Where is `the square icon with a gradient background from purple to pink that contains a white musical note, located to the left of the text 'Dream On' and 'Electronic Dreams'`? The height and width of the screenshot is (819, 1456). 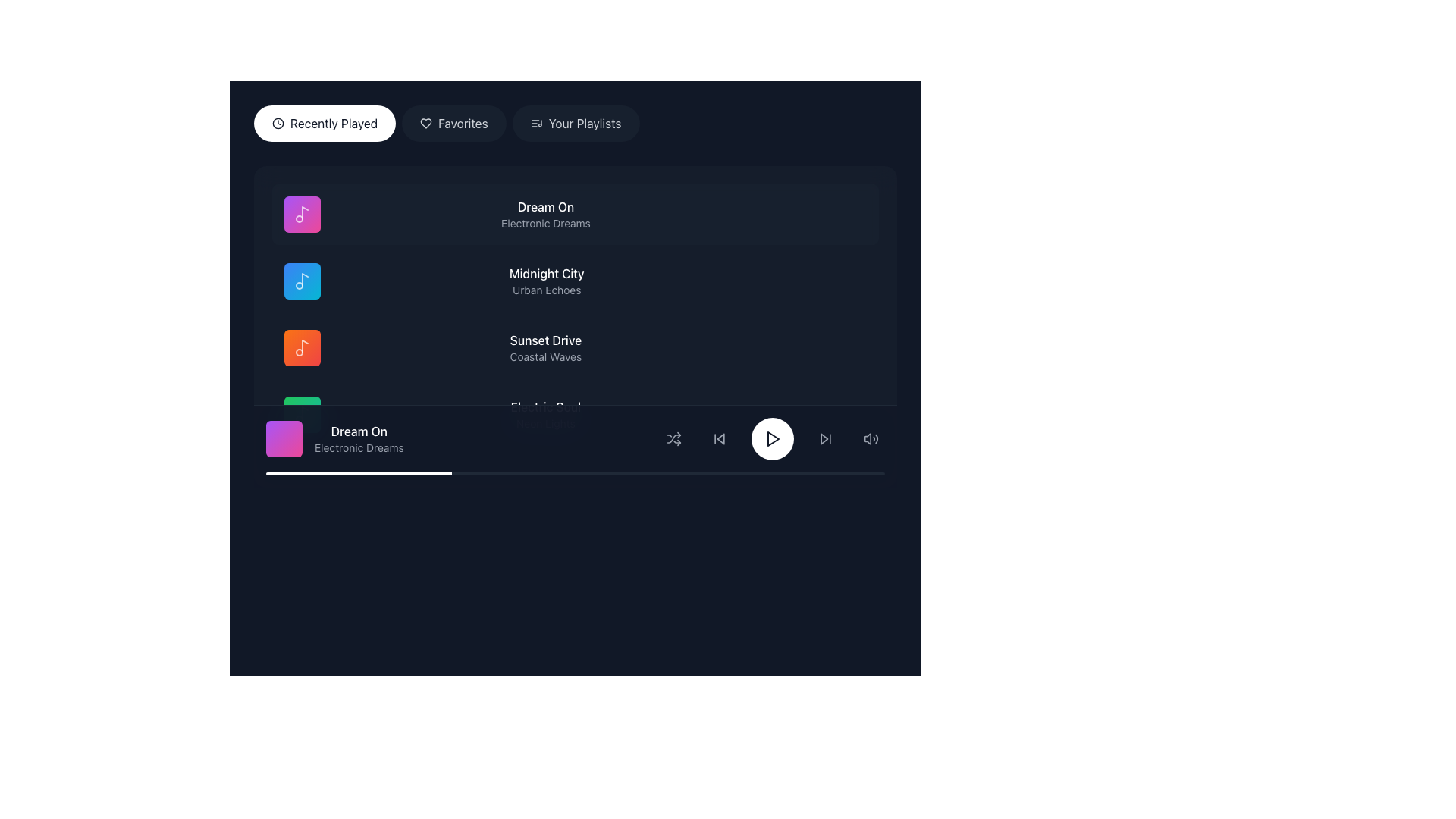
the square icon with a gradient background from purple to pink that contains a white musical note, located to the left of the text 'Dream On' and 'Electronic Dreams' is located at coordinates (302, 214).